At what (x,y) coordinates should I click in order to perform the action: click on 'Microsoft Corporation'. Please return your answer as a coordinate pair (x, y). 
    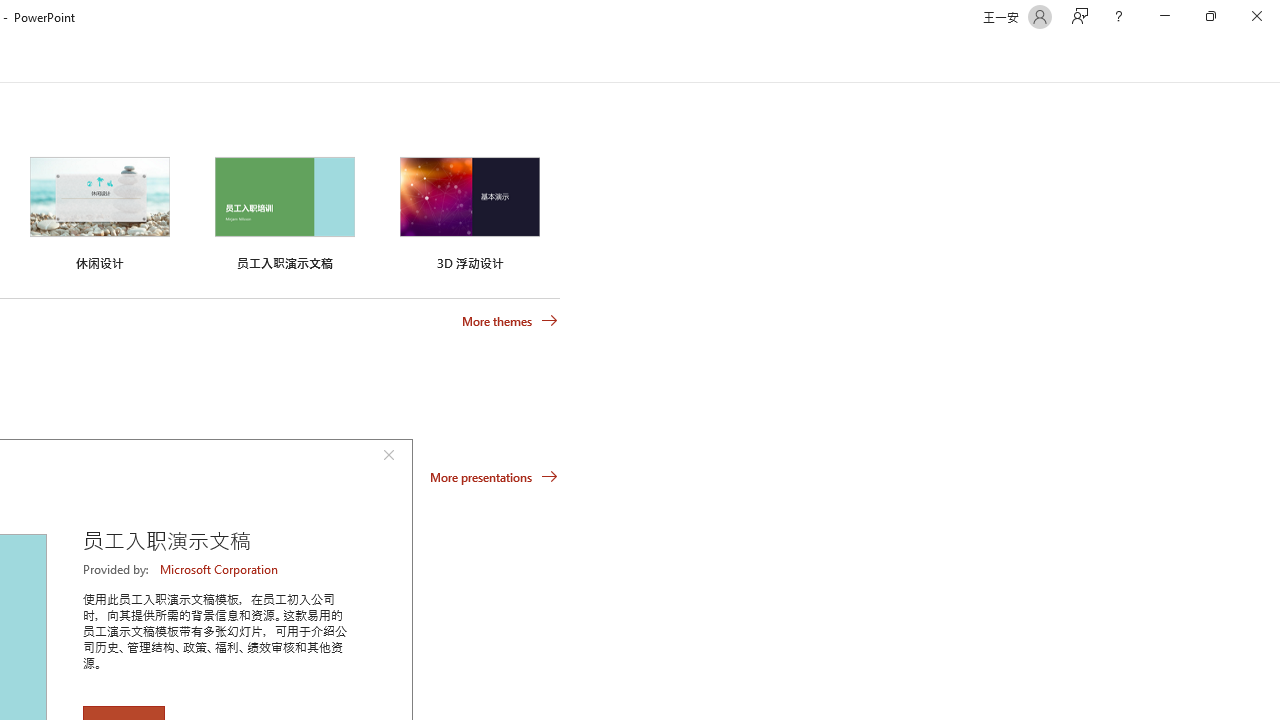
    Looking at the image, I should click on (220, 569).